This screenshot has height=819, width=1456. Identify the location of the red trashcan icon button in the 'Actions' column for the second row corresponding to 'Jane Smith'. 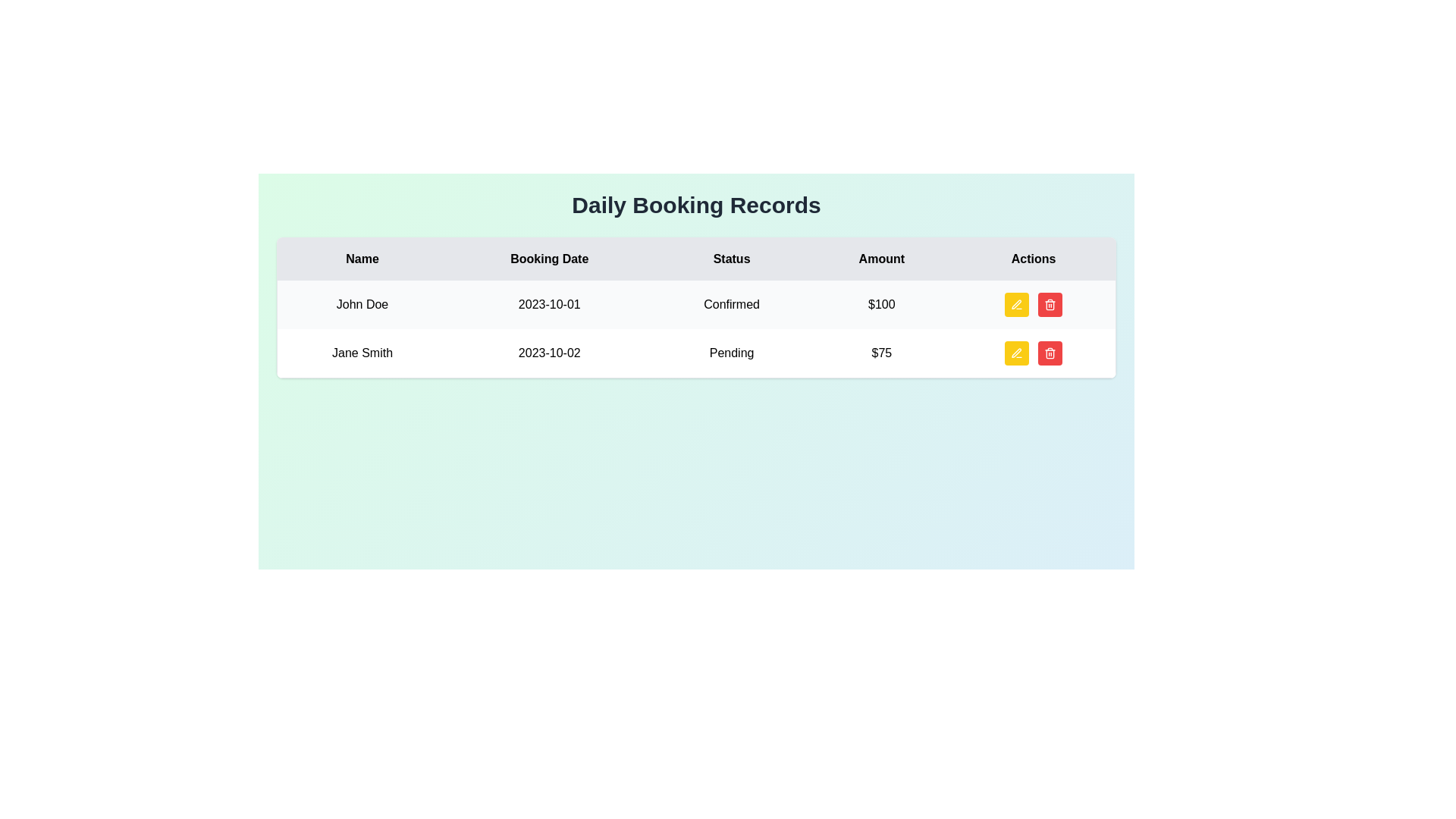
(1050, 353).